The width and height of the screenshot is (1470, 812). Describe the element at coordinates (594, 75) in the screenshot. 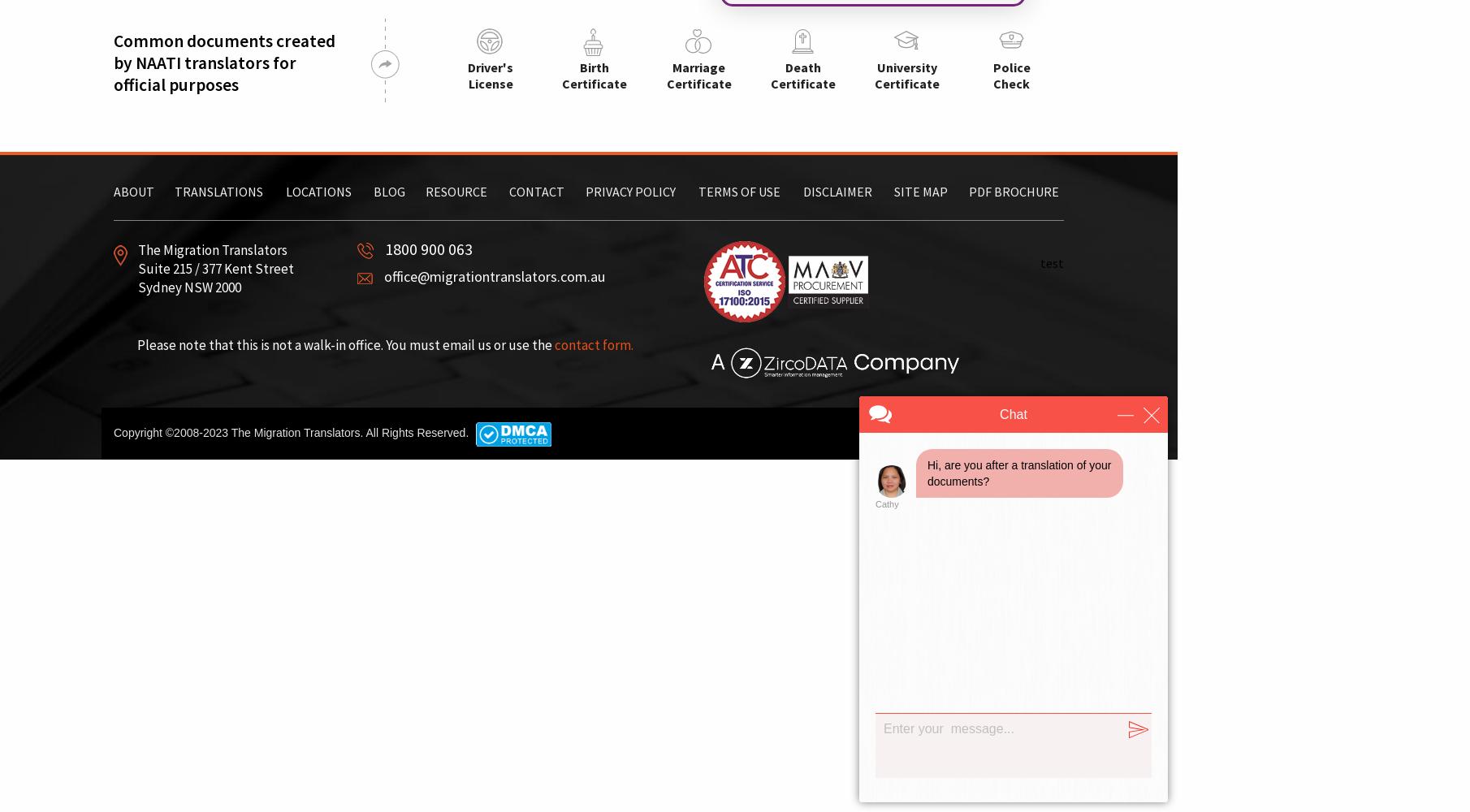

I see `'Birth Certificate'` at that location.